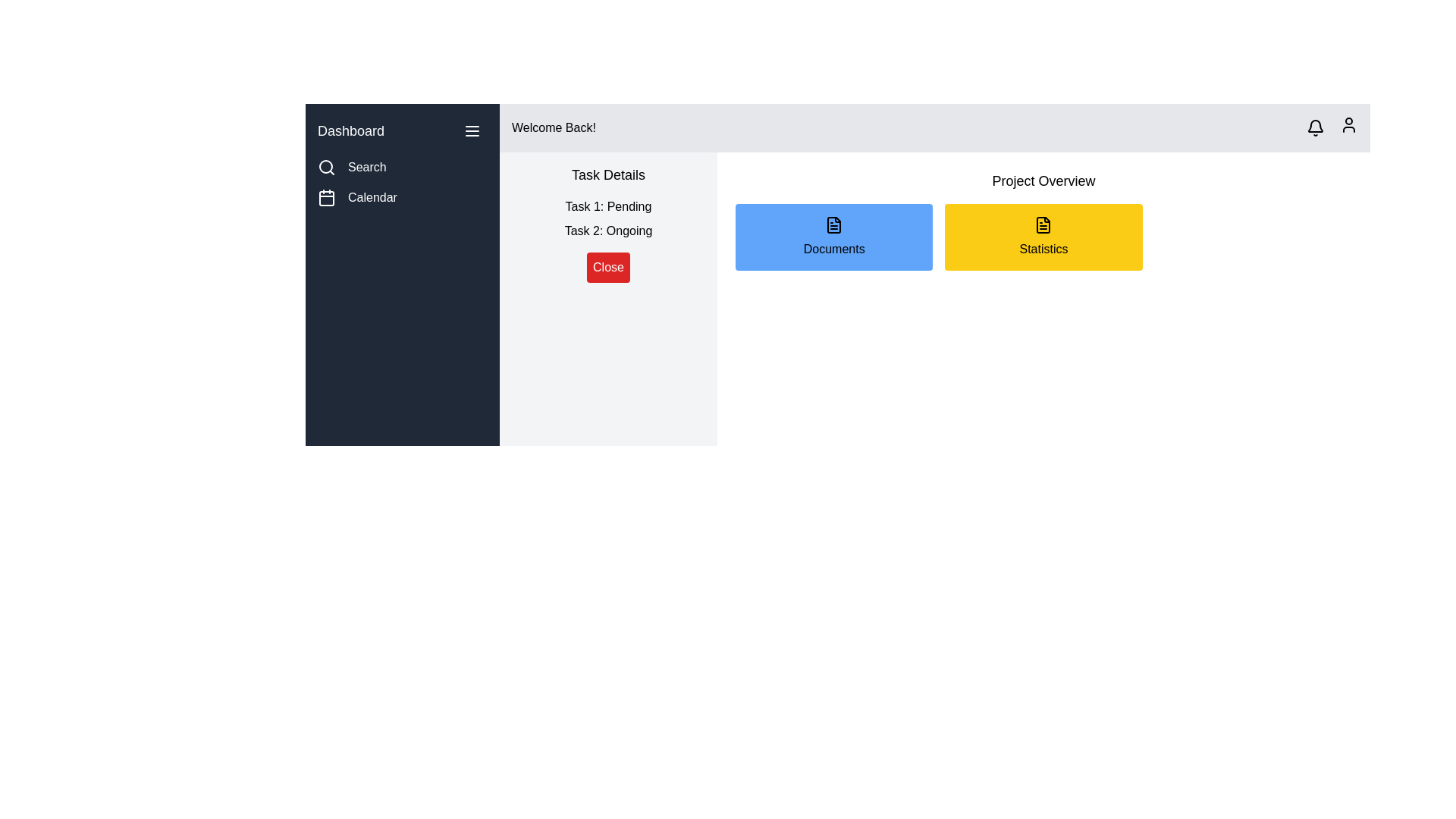 This screenshot has width=1456, height=819. What do you see at coordinates (472, 130) in the screenshot?
I see `the menu icon consisting of three horizontally aligned white lines in the top-left corner of the interface` at bounding box center [472, 130].